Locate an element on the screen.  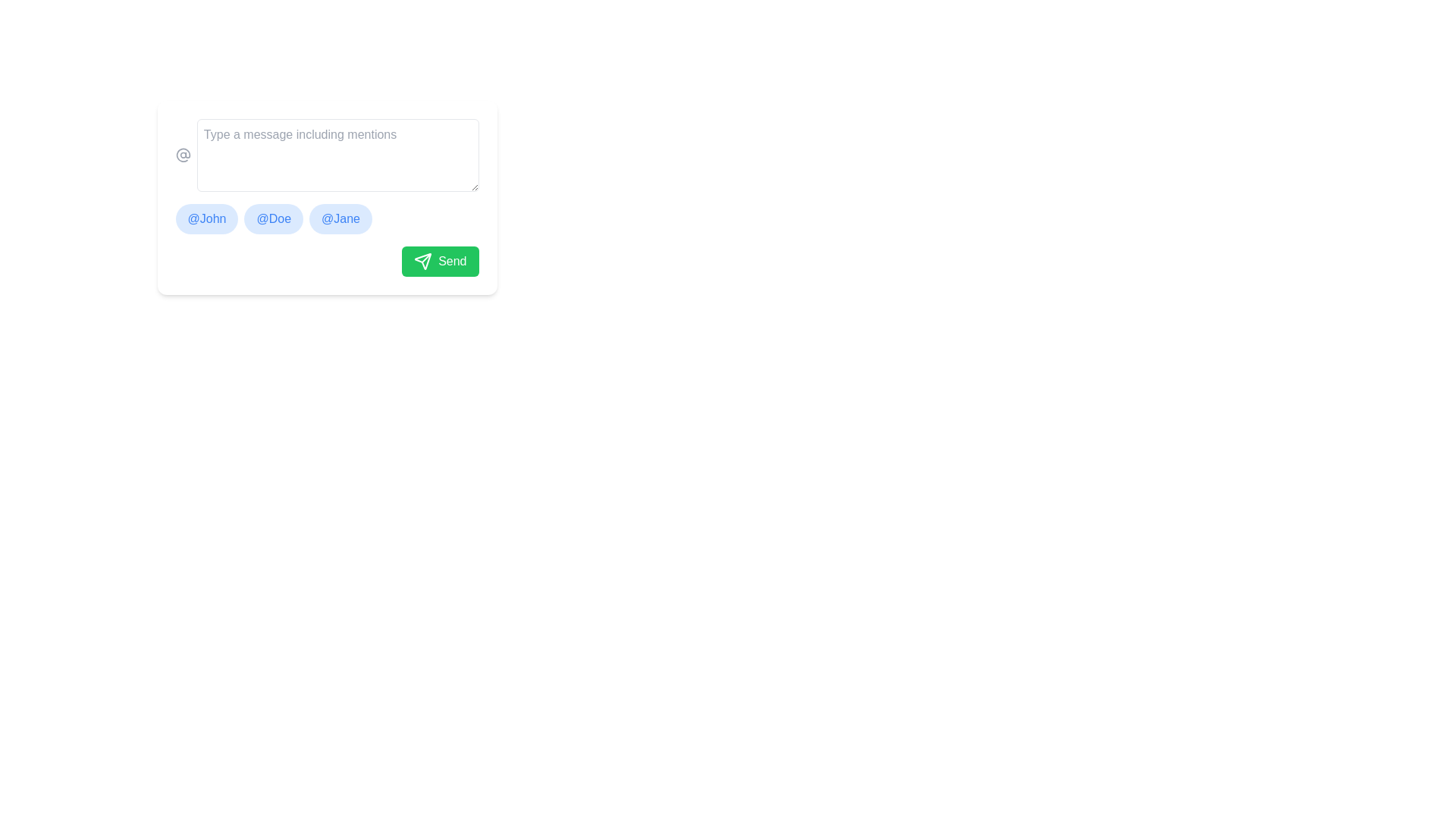
the '@John' mention button for accessibility navigation is located at coordinates (206, 219).